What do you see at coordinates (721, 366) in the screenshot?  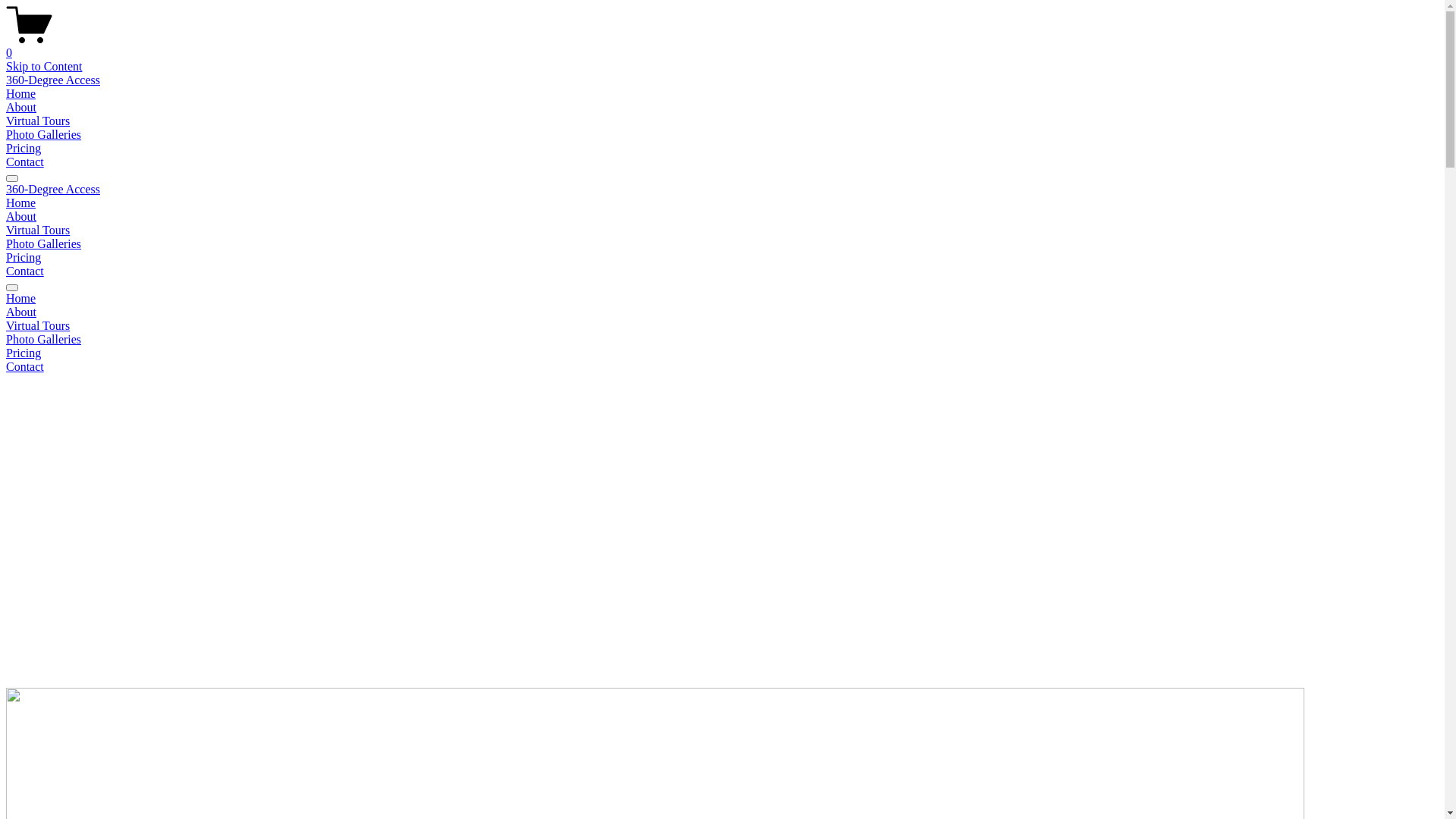 I see `'Contact'` at bounding box center [721, 366].